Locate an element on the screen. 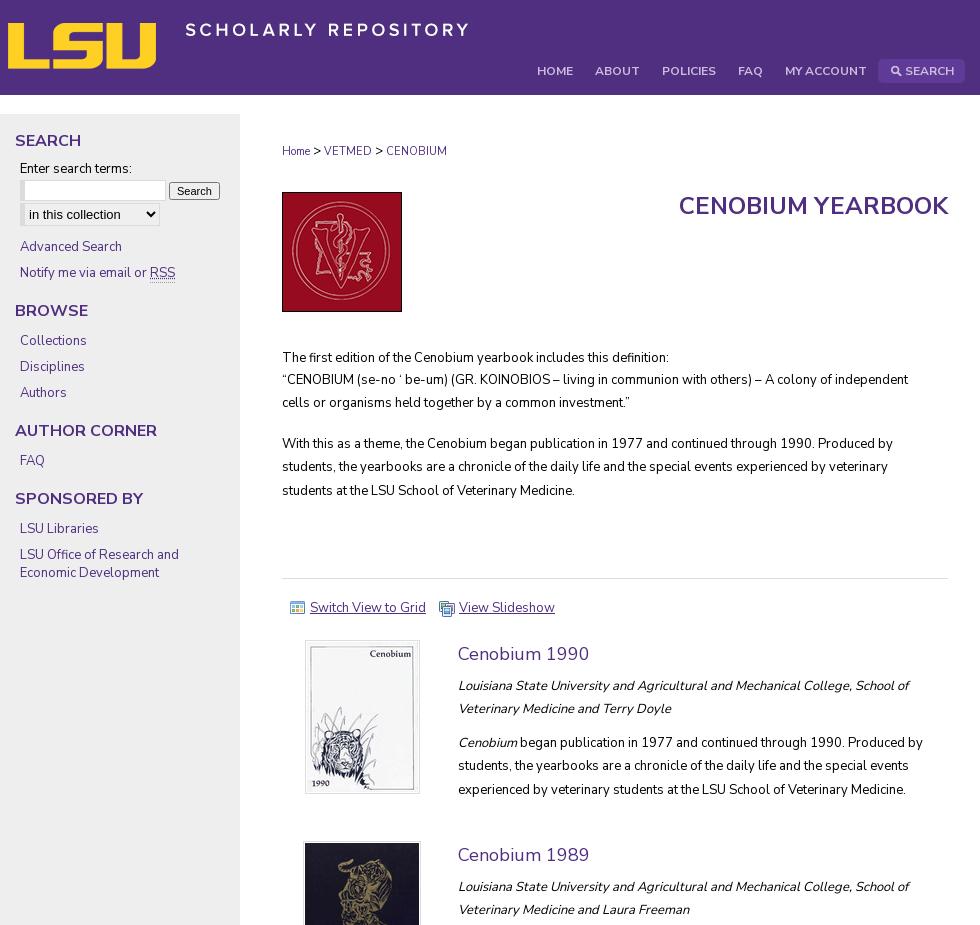  'Switch View to Grid' is located at coordinates (367, 606).